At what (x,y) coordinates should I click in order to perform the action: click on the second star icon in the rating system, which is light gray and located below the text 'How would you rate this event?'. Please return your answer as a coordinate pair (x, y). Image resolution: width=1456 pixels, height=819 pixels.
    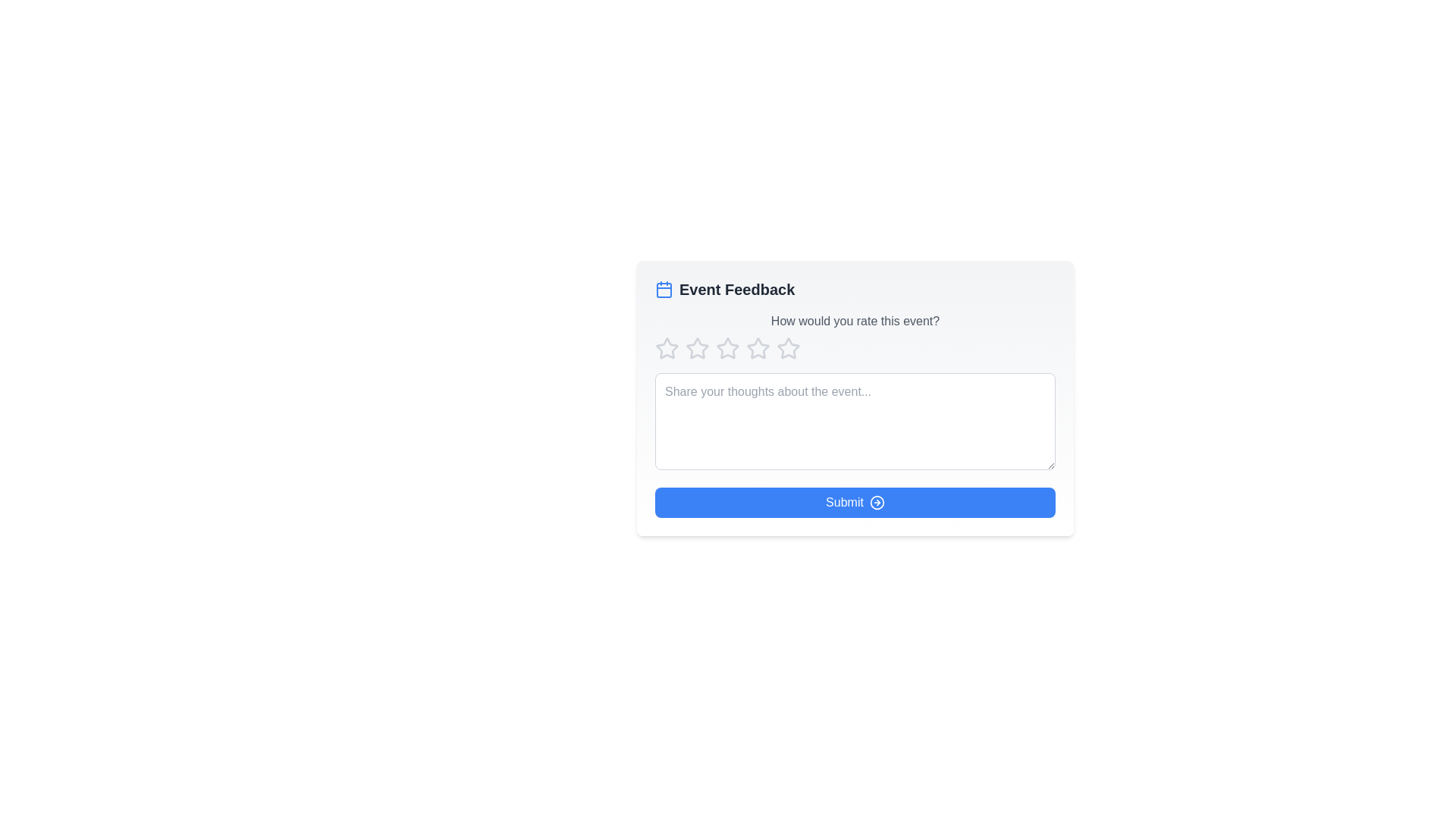
    Looking at the image, I should click on (758, 348).